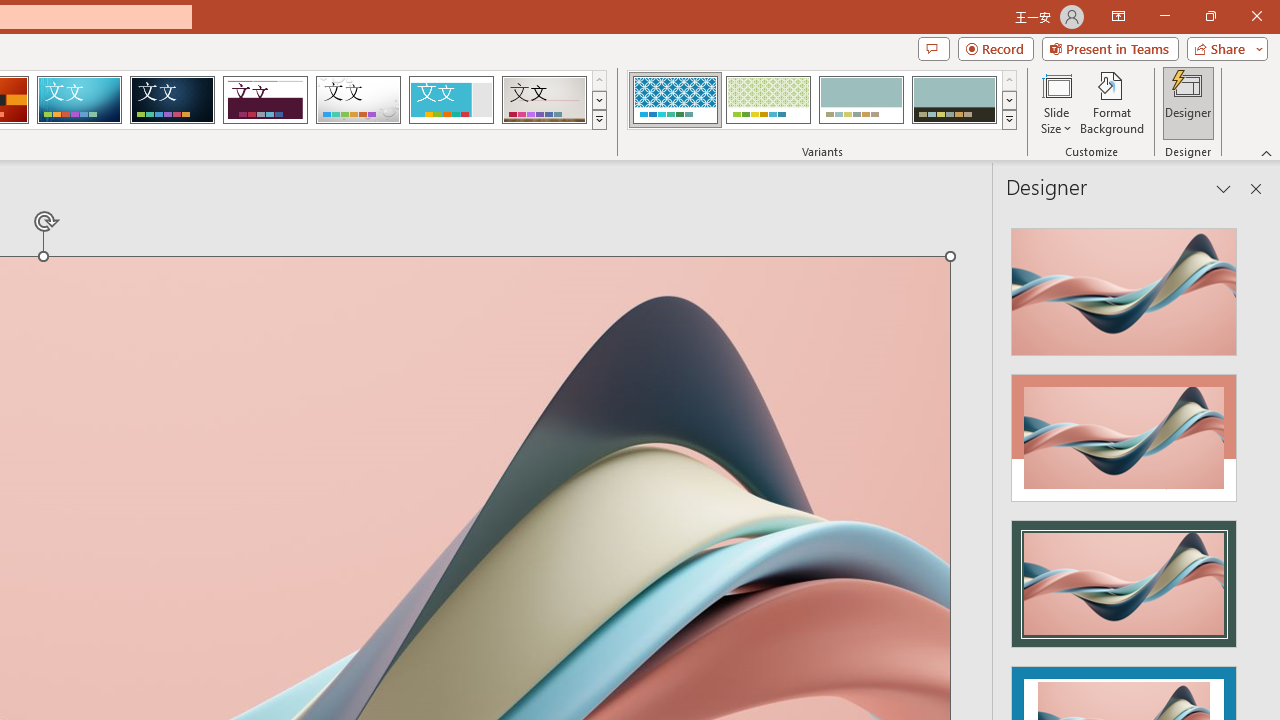 This screenshot has height=720, width=1280. Describe the element at coordinates (358, 100) in the screenshot. I see `'Droplet'` at that location.